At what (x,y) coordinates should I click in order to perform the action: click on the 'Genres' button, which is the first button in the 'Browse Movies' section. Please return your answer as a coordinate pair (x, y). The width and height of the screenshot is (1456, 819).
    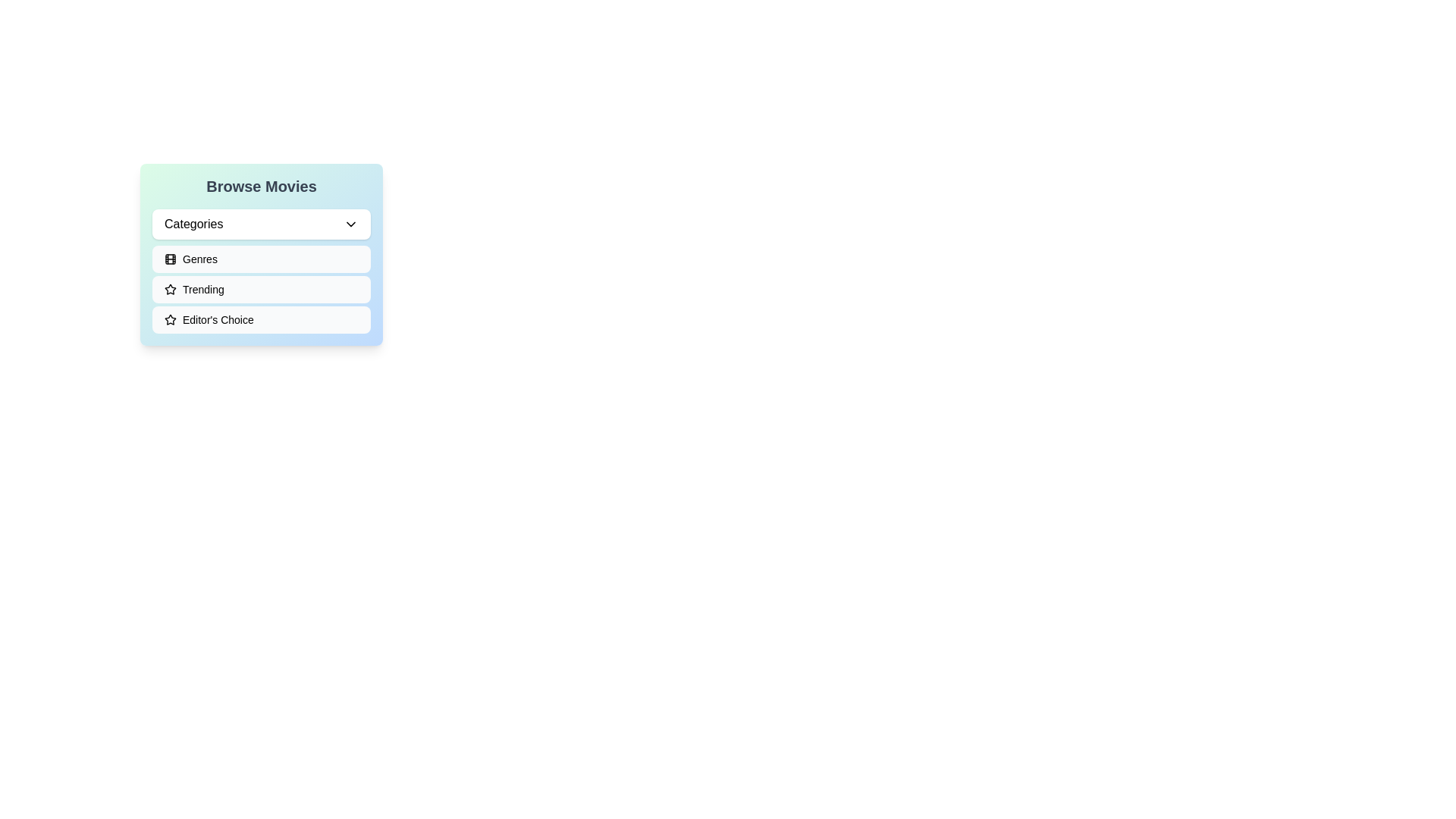
    Looking at the image, I should click on (262, 259).